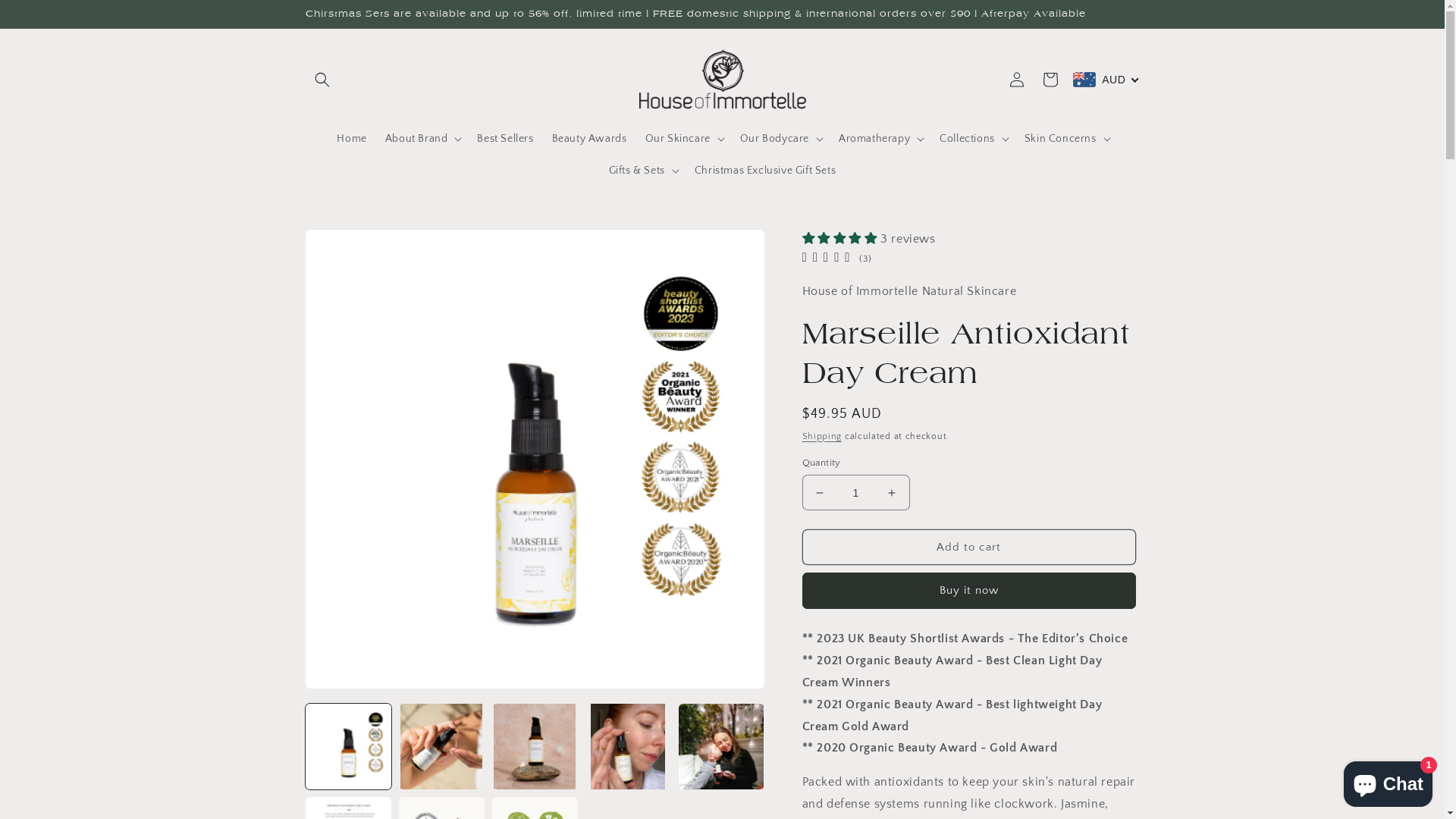 The height and width of the screenshot is (819, 1456). Describe the element at coordinates (968, 590) in the screenshot. I see `'Buy it now'` at that location.